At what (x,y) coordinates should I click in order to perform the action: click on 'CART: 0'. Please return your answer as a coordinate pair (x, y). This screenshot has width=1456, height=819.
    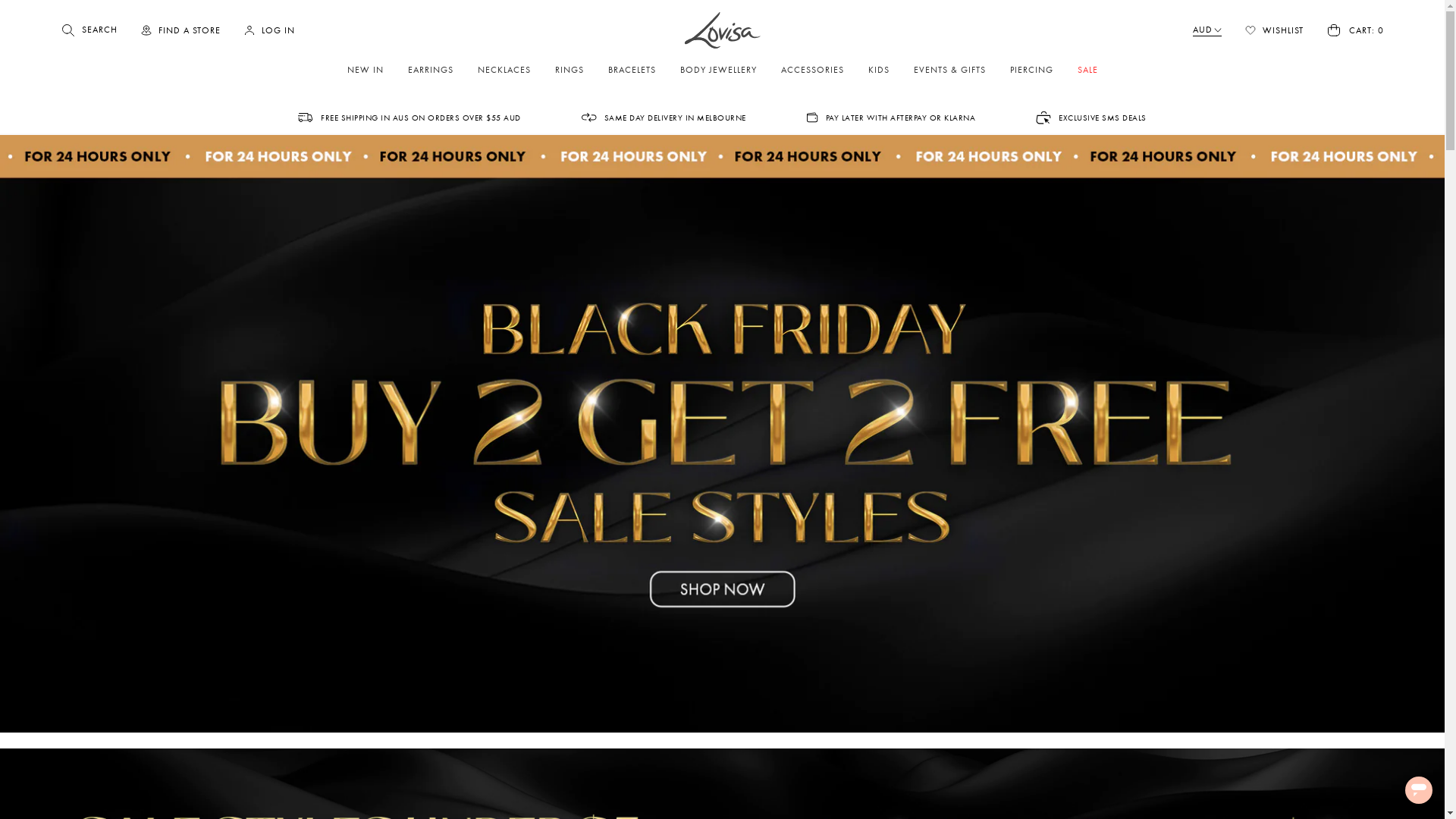
    Looking at the image, I should click on (1354, 30).